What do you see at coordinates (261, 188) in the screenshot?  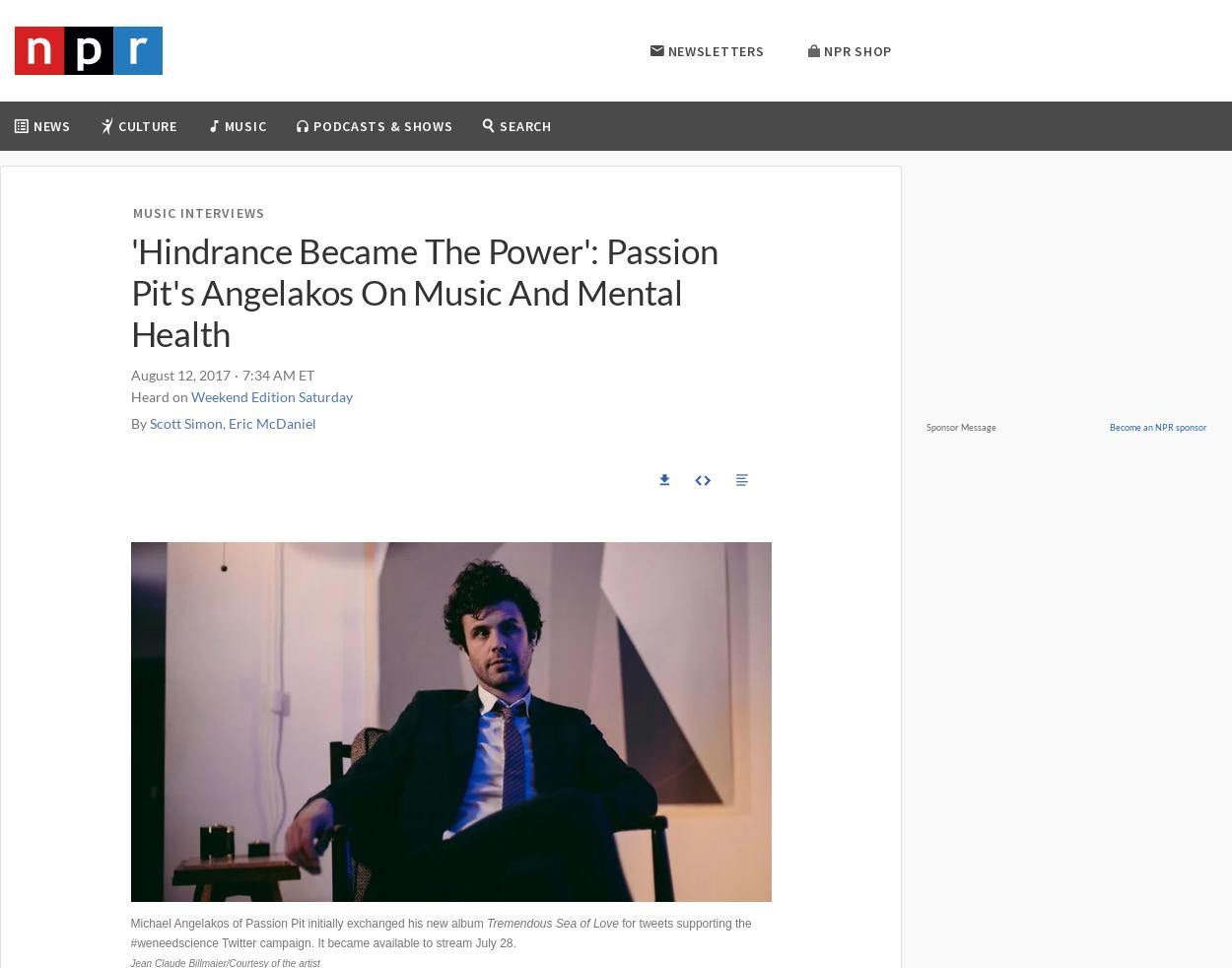 I see `'Movies'` at bounding box center [261, 188].